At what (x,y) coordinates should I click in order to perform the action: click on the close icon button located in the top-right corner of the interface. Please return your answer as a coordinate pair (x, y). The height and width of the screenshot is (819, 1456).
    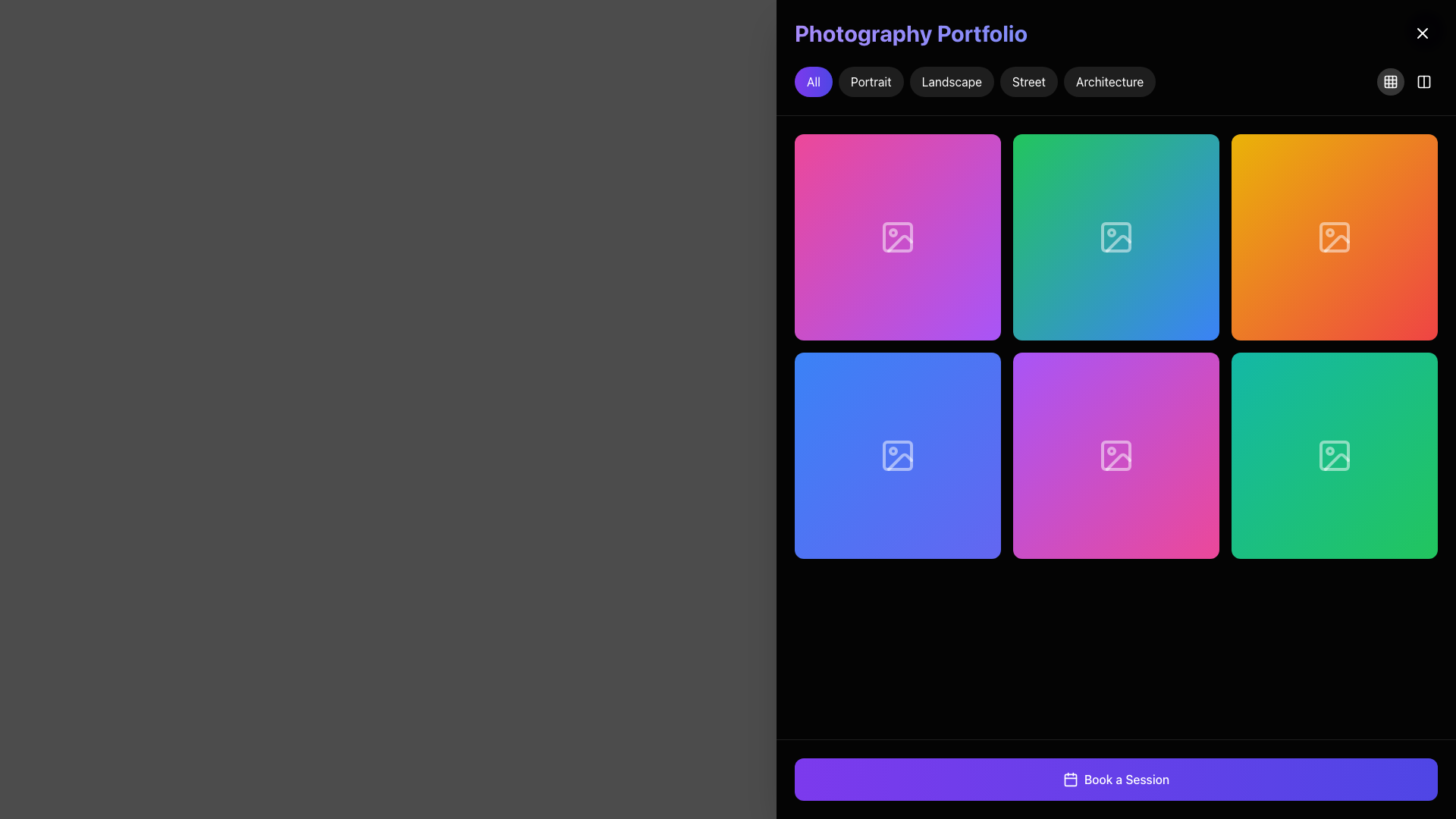
    Looking at the image, I should click on (1422, 33).